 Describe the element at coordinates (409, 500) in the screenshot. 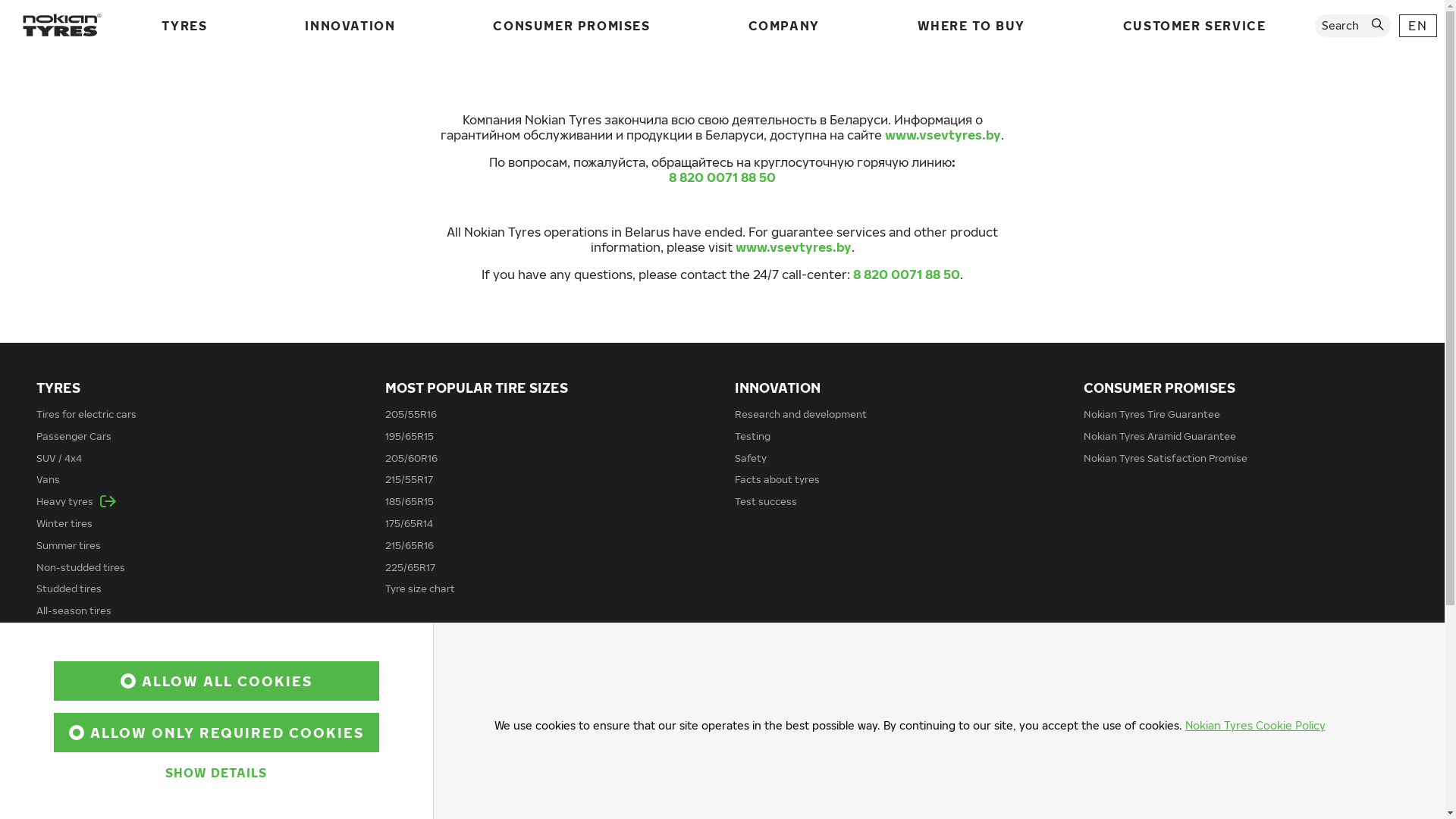

I see `'185/65R15'` at that location.